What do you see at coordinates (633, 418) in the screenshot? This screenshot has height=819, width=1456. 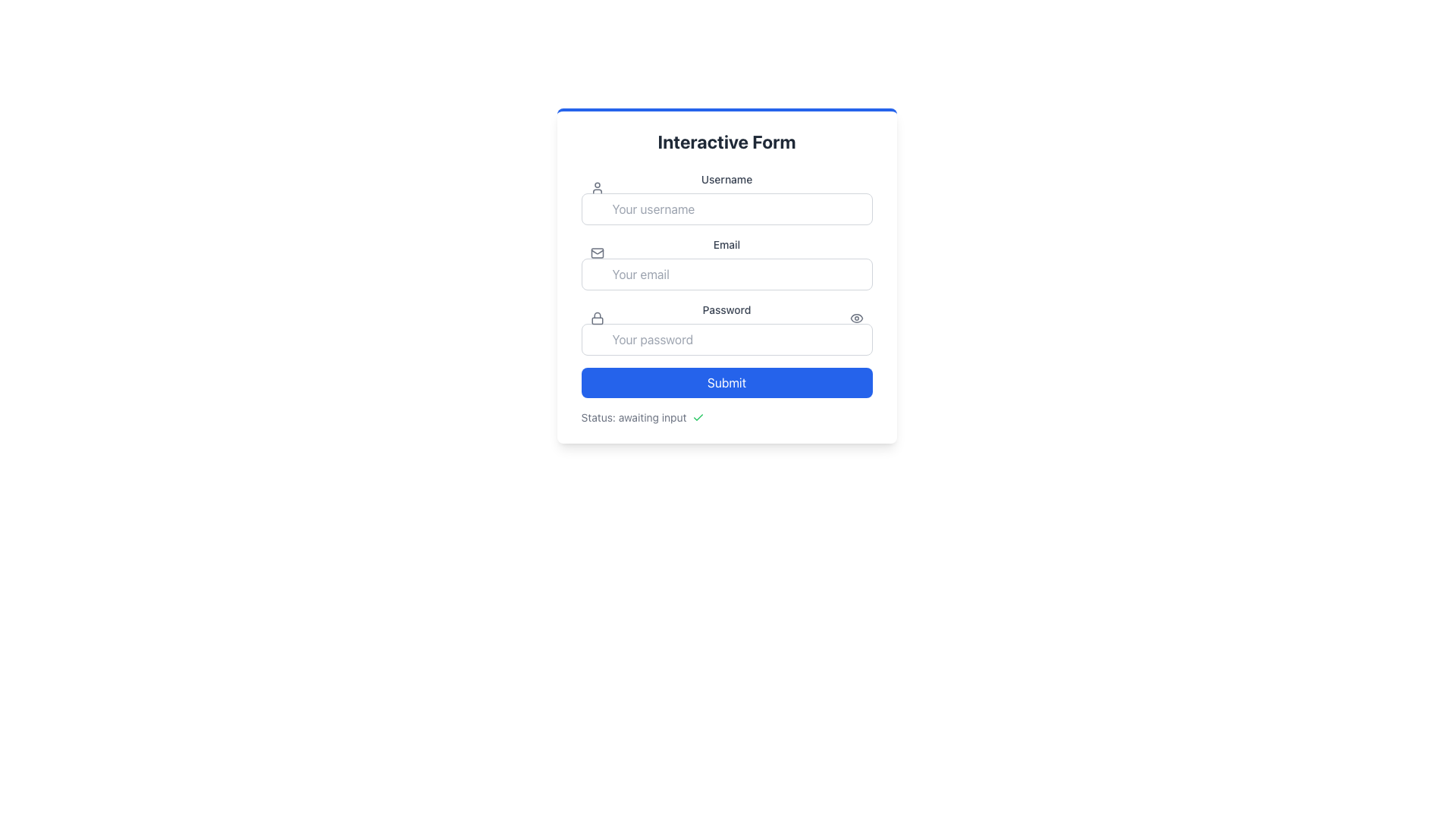 I see `the status information text element located below the 'Submit' button, aligned to the left of the green checkmark icon` at bounding box center [633, 418].